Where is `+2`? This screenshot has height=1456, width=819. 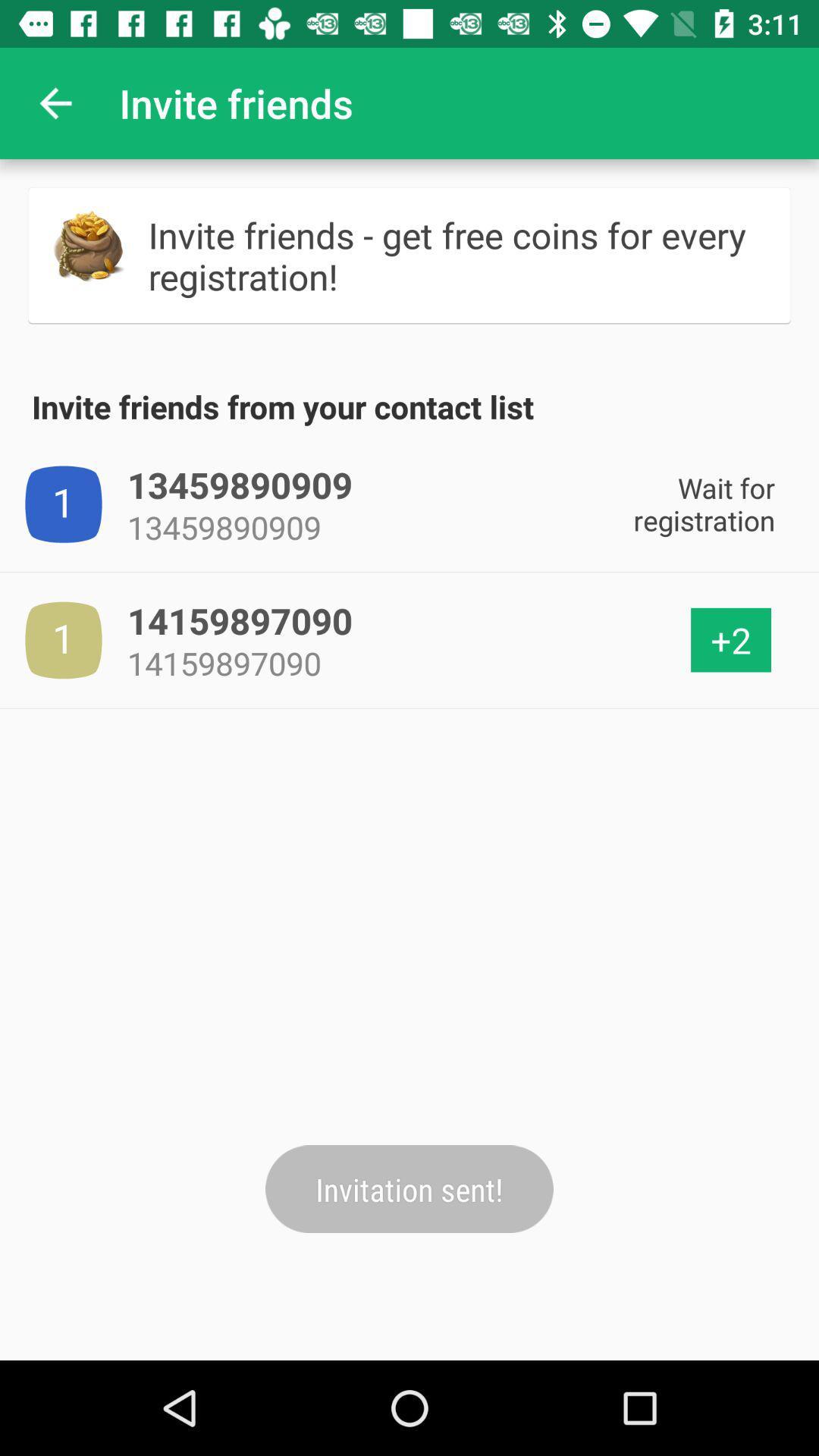
+2 is located at coordinates (730, 640).